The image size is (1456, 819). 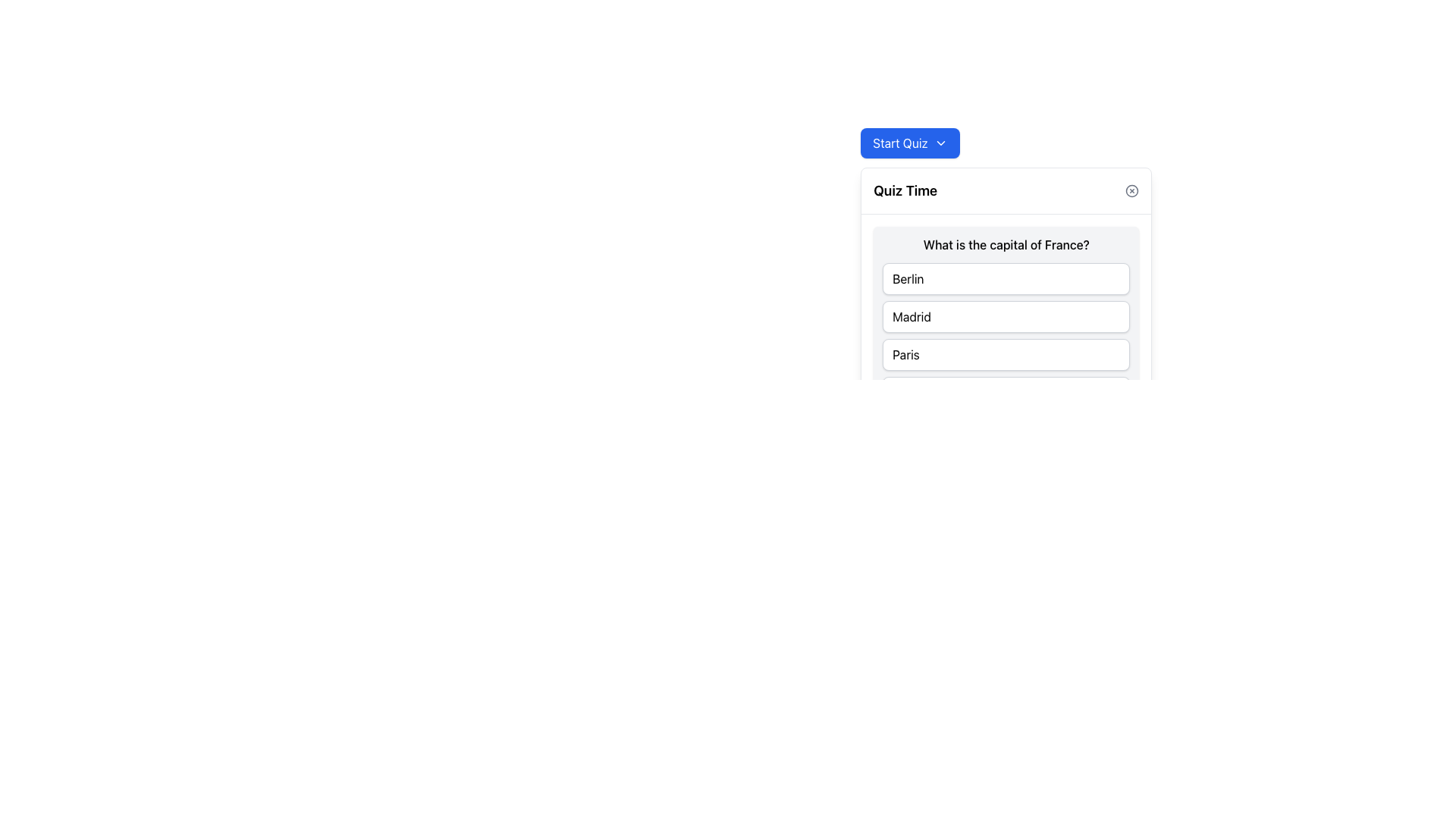 I want to click on the button at the top-left of the quiz interface, which is horizontally centered and located above the 'Quiz Time' section, so click(x=910, y=143).